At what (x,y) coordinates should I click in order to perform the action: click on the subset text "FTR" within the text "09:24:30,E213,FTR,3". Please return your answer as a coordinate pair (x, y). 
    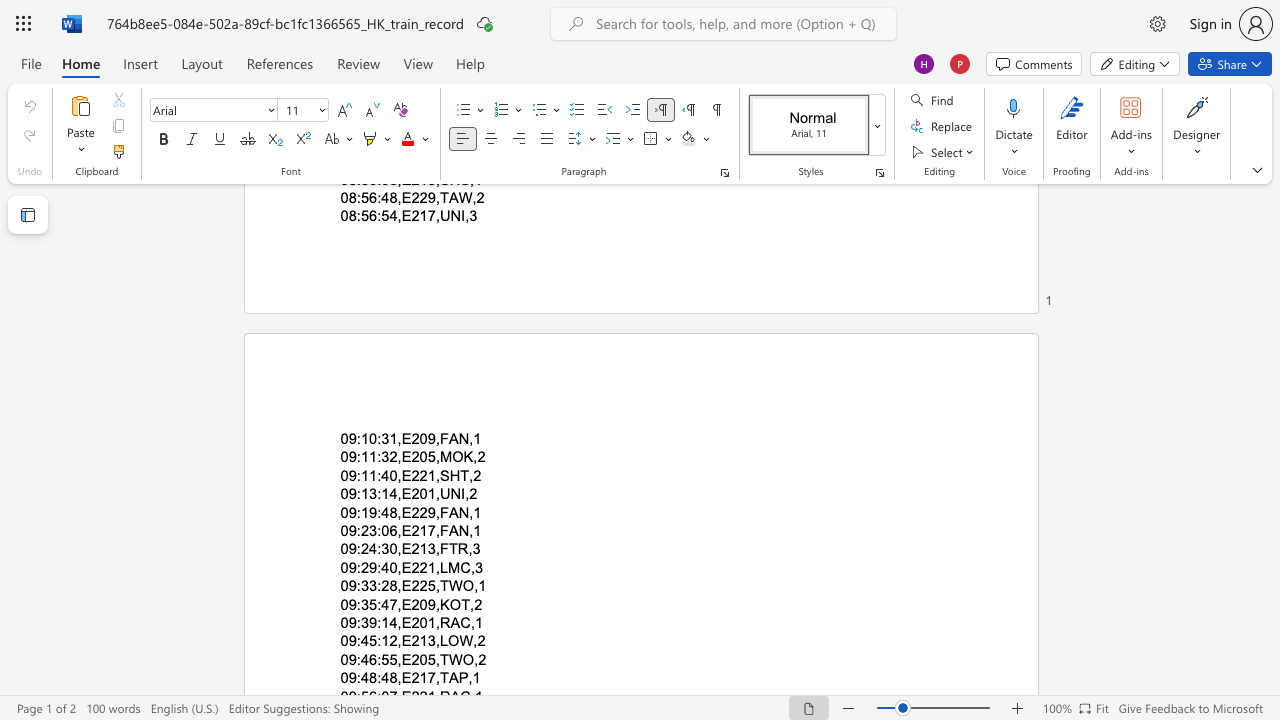
    Looking at the image, I should click on (438, 549).